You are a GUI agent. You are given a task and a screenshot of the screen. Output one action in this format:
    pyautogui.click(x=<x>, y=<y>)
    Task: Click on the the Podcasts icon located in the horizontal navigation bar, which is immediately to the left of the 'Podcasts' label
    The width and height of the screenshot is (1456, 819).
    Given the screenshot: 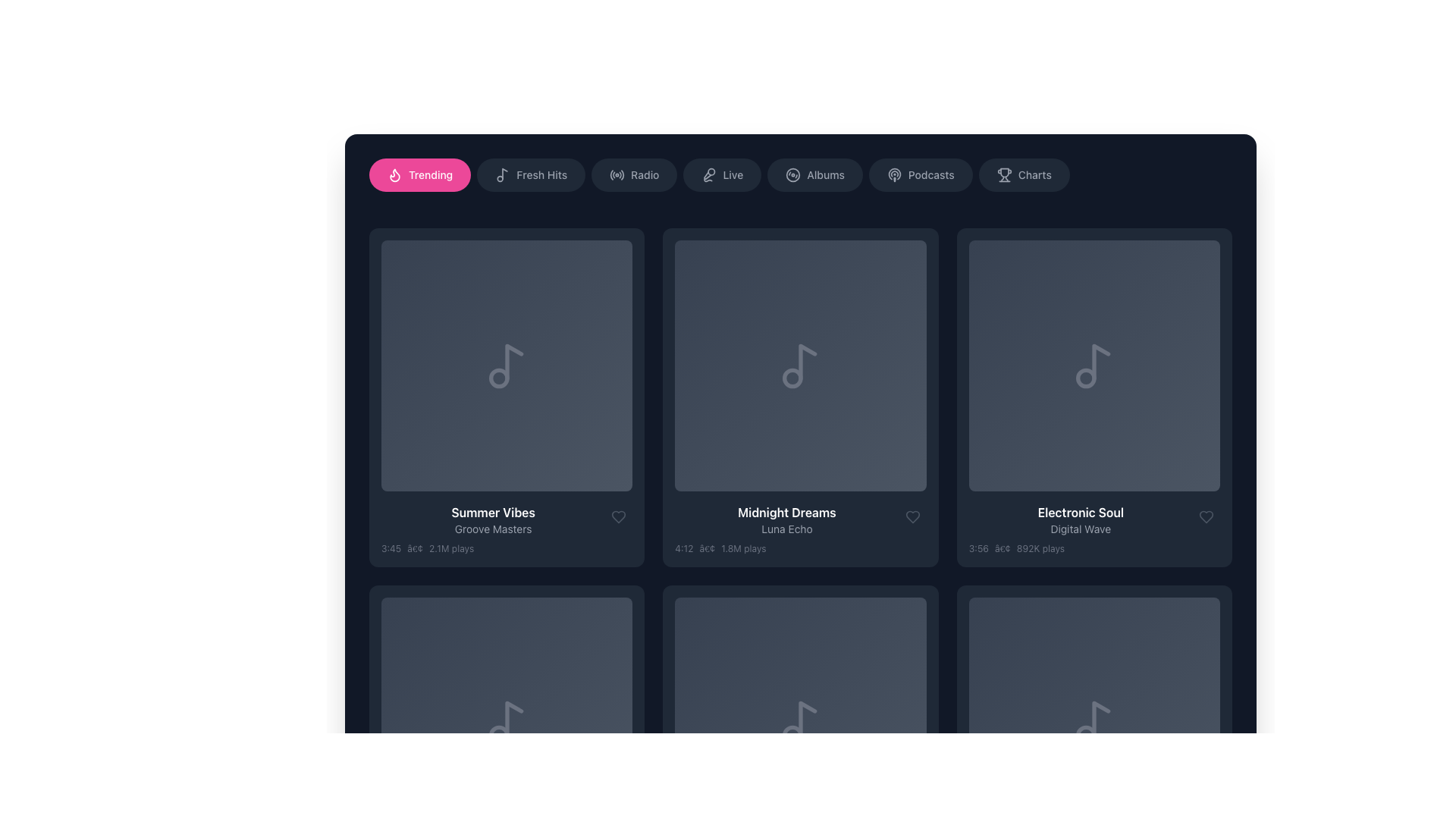 What is the action you would take?
    pyautogui.click(x=894, y=174)
    